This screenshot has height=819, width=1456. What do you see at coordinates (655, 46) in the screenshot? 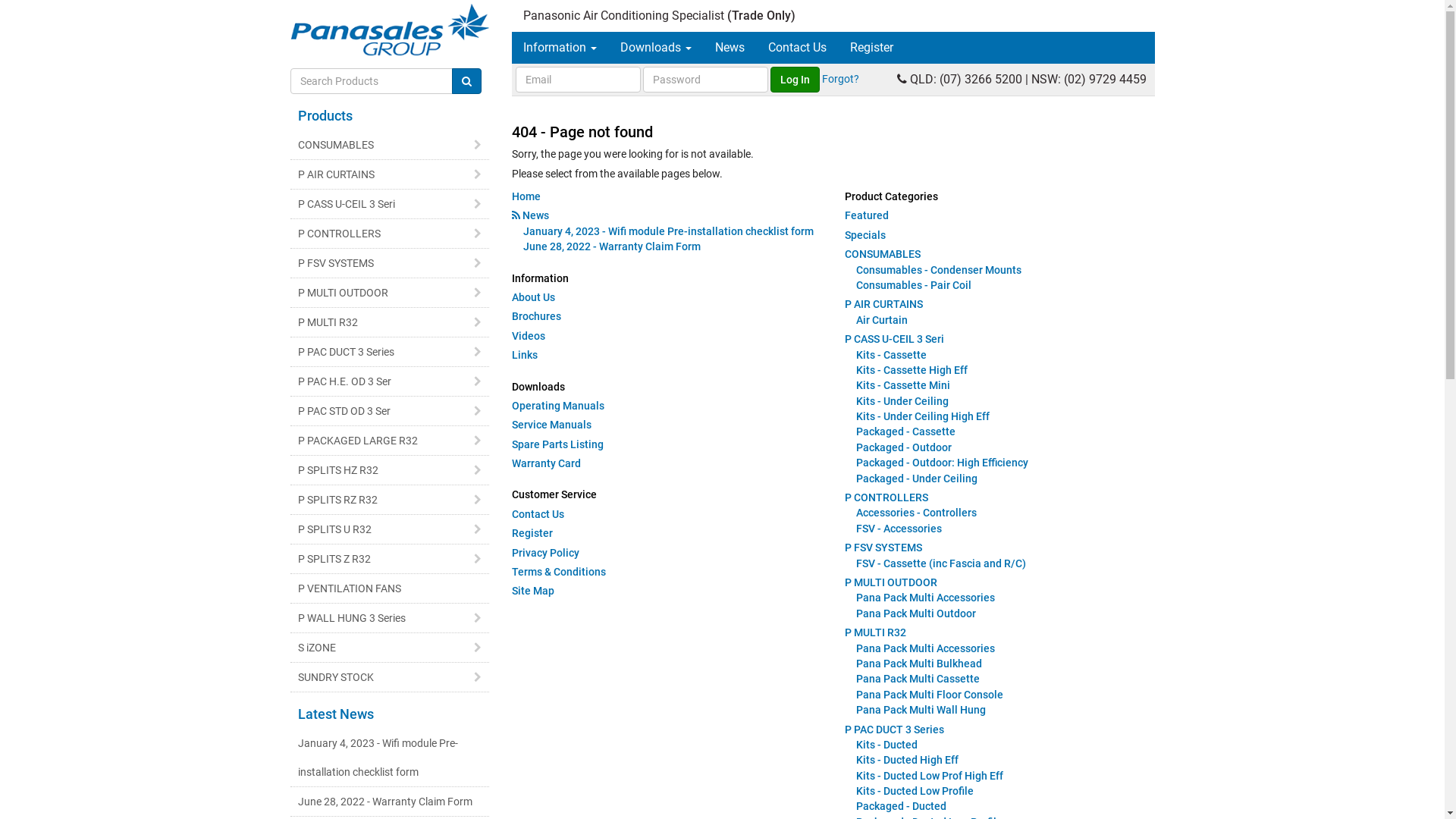
I see `'Downloads'` at bounding box center [655, 46].